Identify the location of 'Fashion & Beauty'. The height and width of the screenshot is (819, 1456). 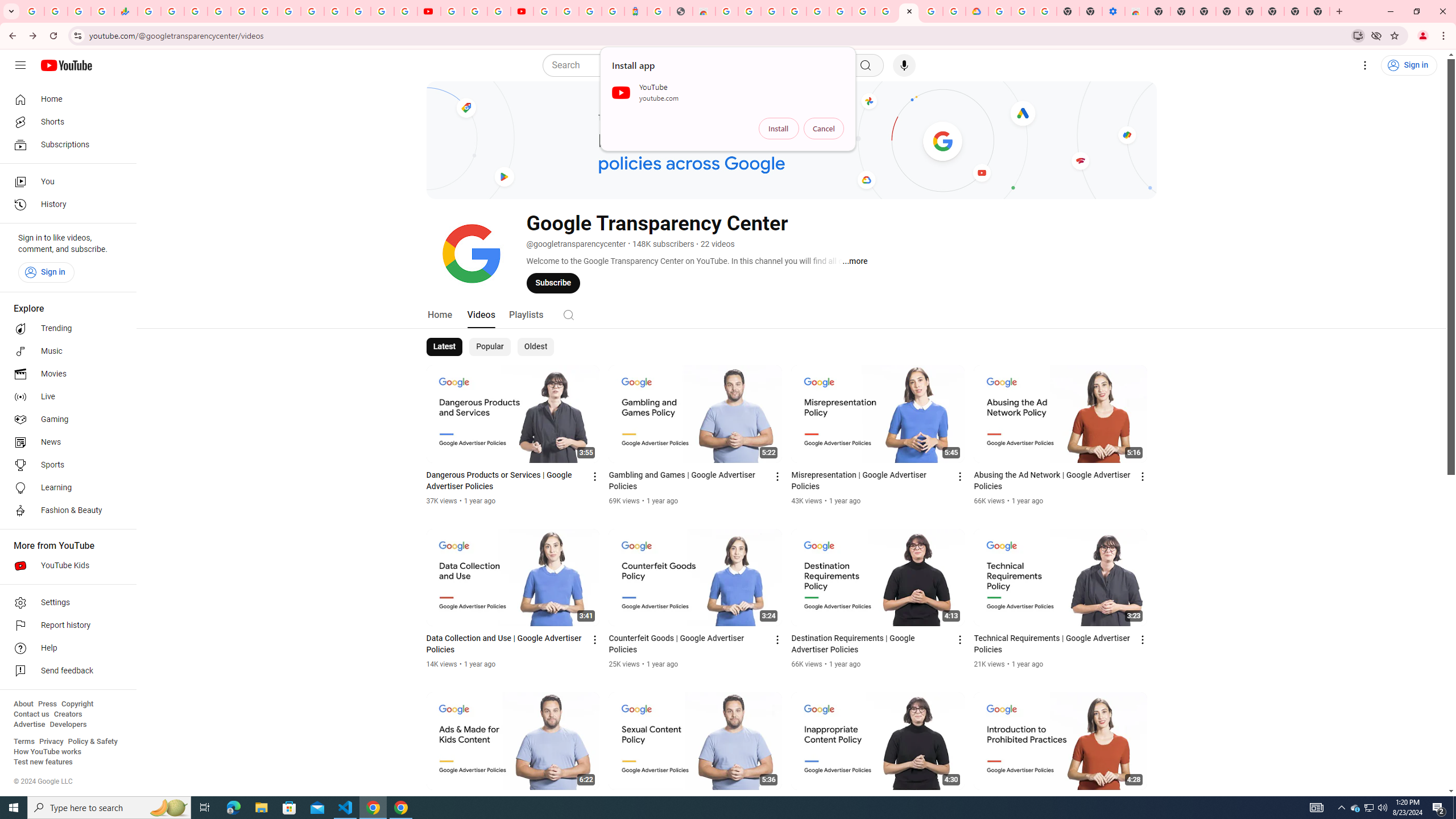
(64, 510).